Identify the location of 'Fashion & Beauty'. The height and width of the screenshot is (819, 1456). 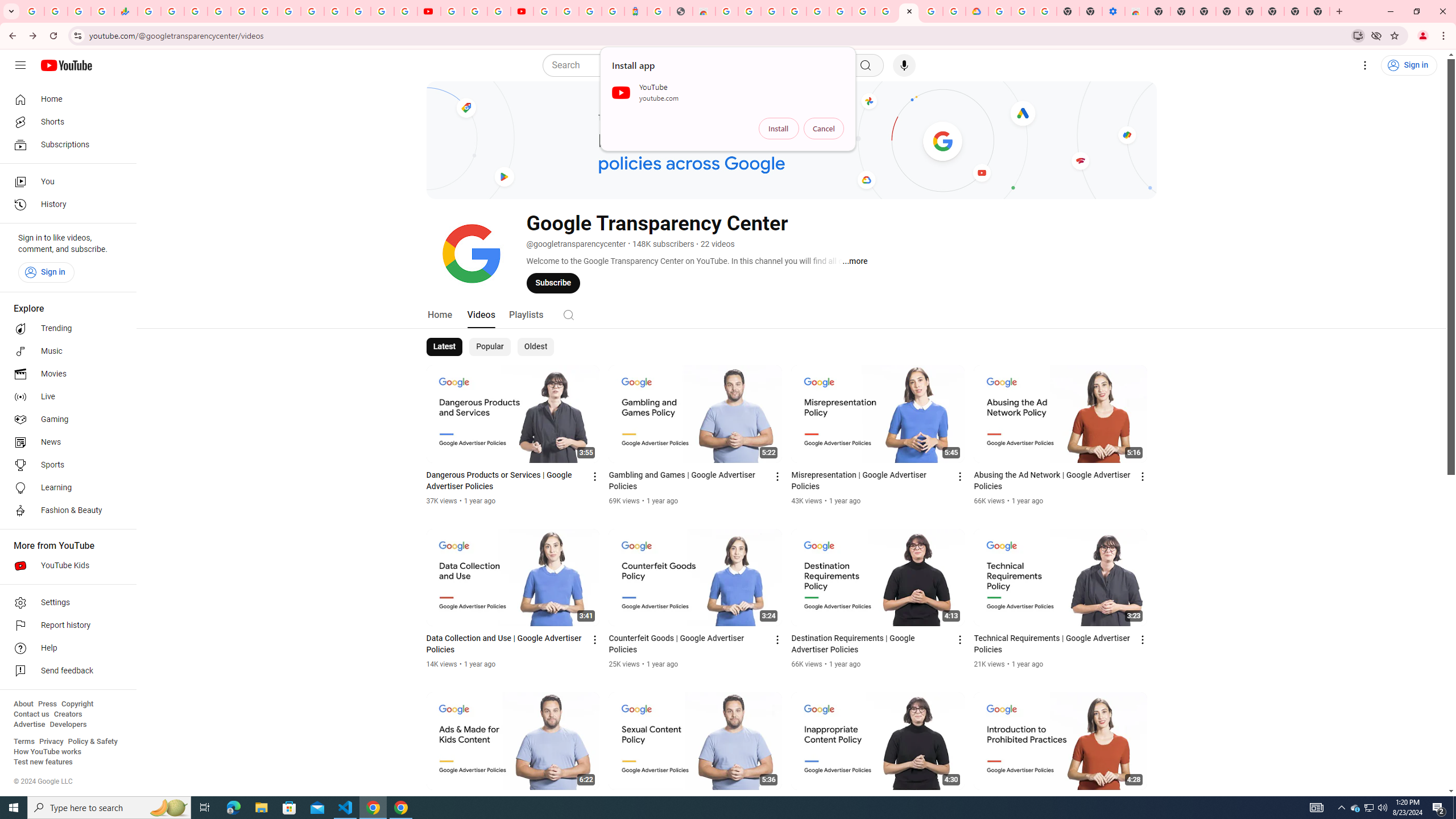
(64, 510).